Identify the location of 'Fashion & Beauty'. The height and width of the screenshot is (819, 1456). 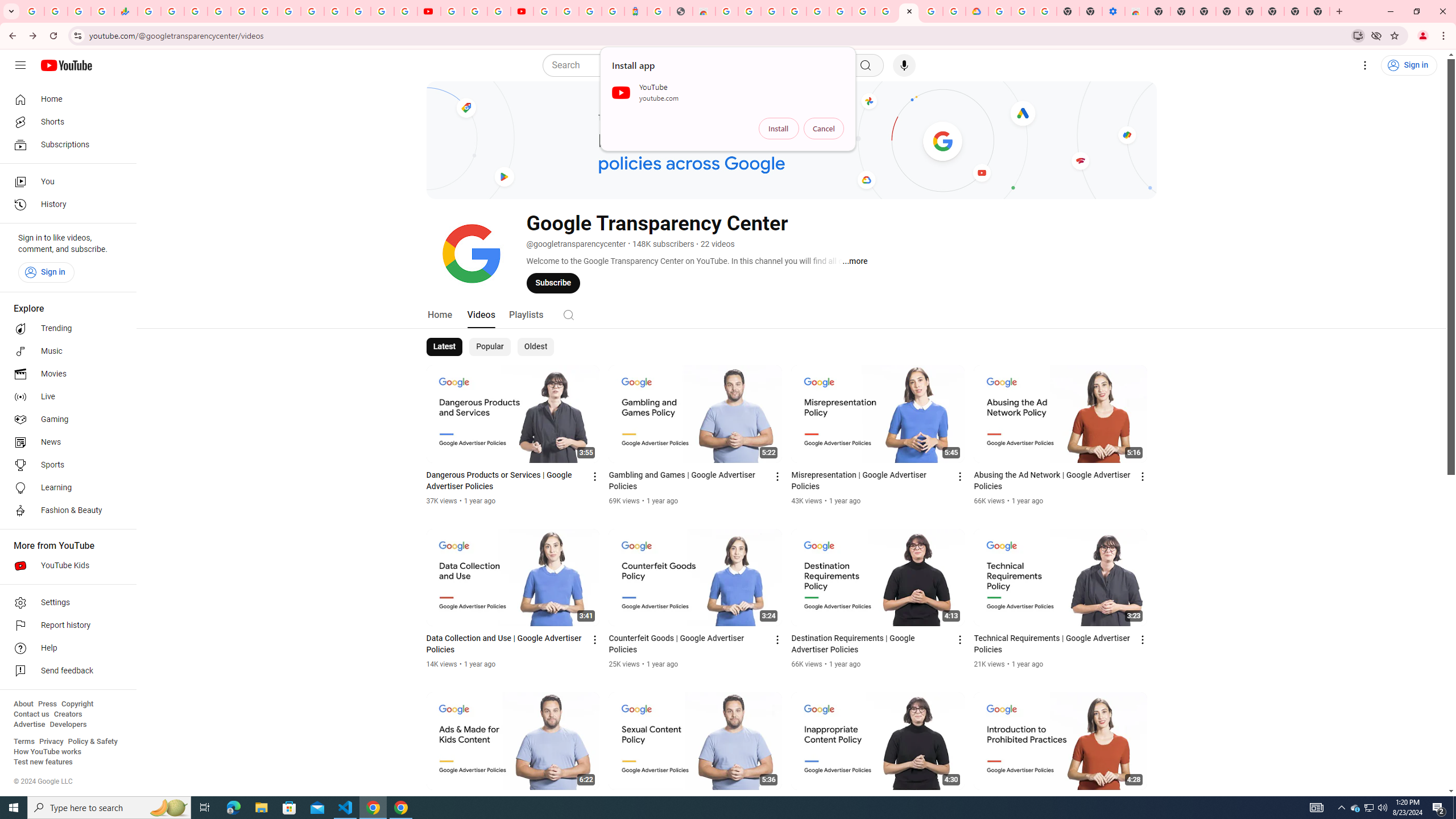
(64, 510).